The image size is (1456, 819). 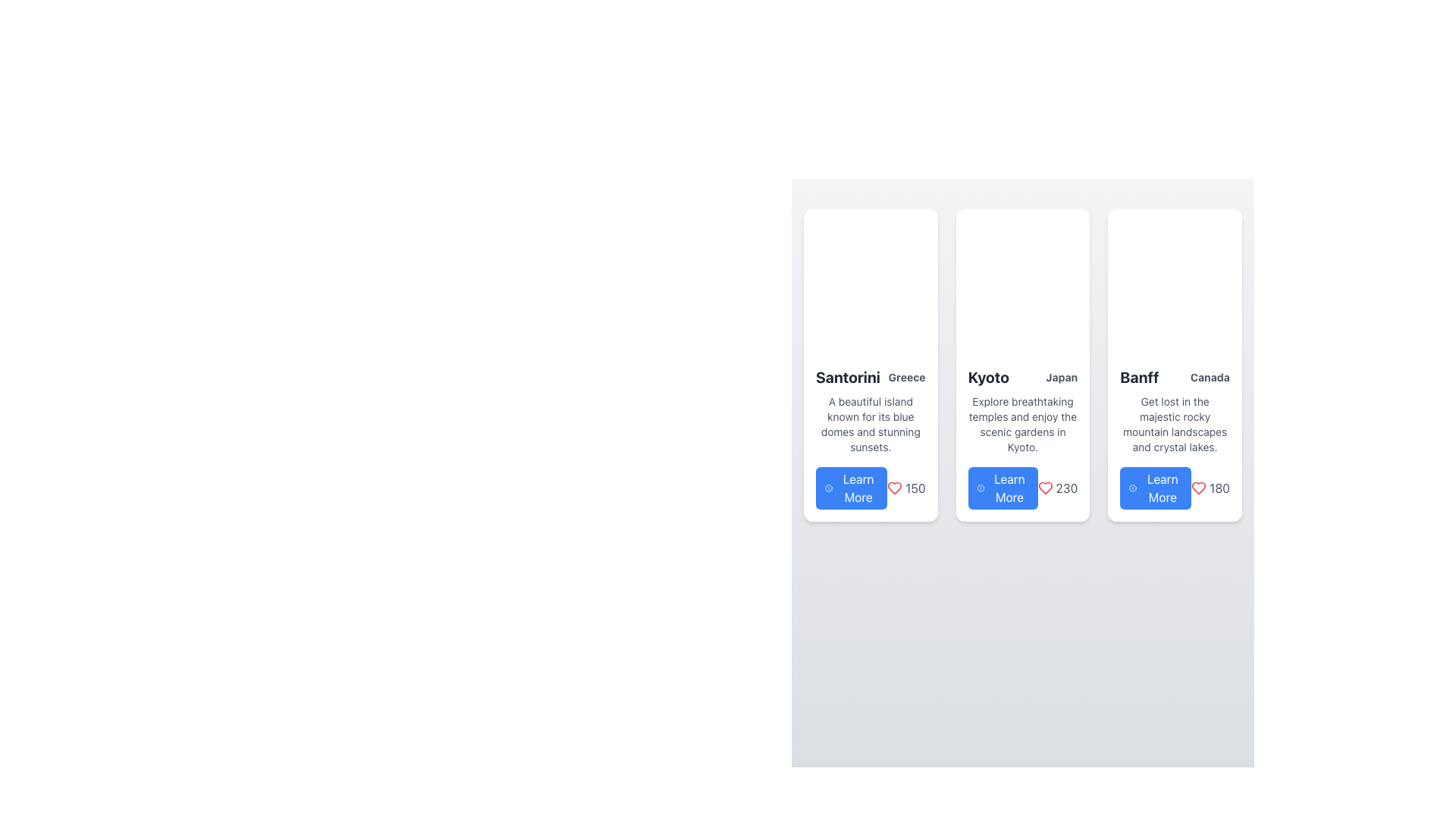 What do you see at coordinates (907, 376) in the screenshot?
I see `the Text Label providing the location 'Greece', which is positioned to the right of the larger text label 'Santorini' in the first card of a horizontally arranged series of cards` at bounding box center [907, 376].